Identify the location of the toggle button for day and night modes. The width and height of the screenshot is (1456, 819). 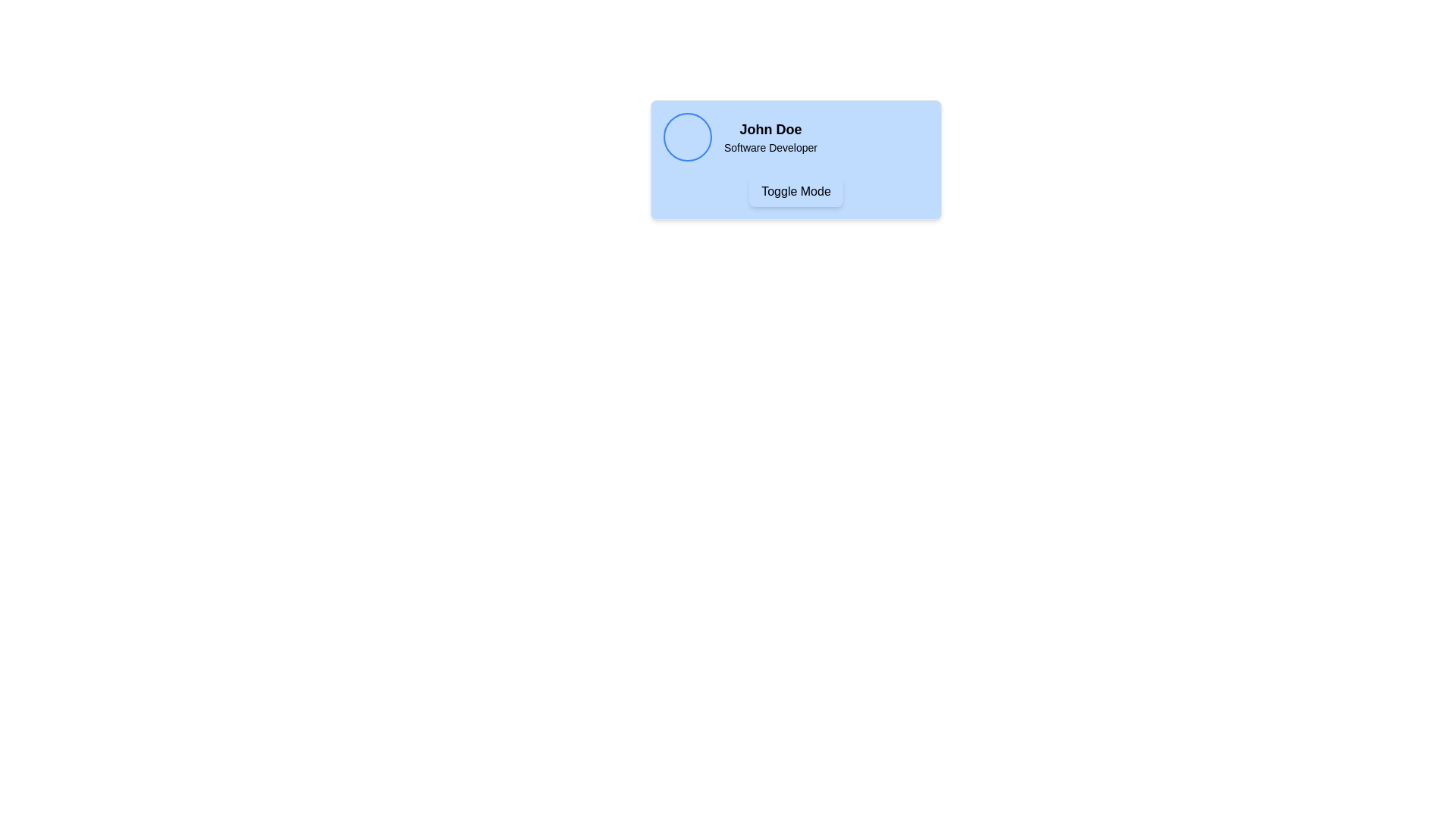
(795, 191).